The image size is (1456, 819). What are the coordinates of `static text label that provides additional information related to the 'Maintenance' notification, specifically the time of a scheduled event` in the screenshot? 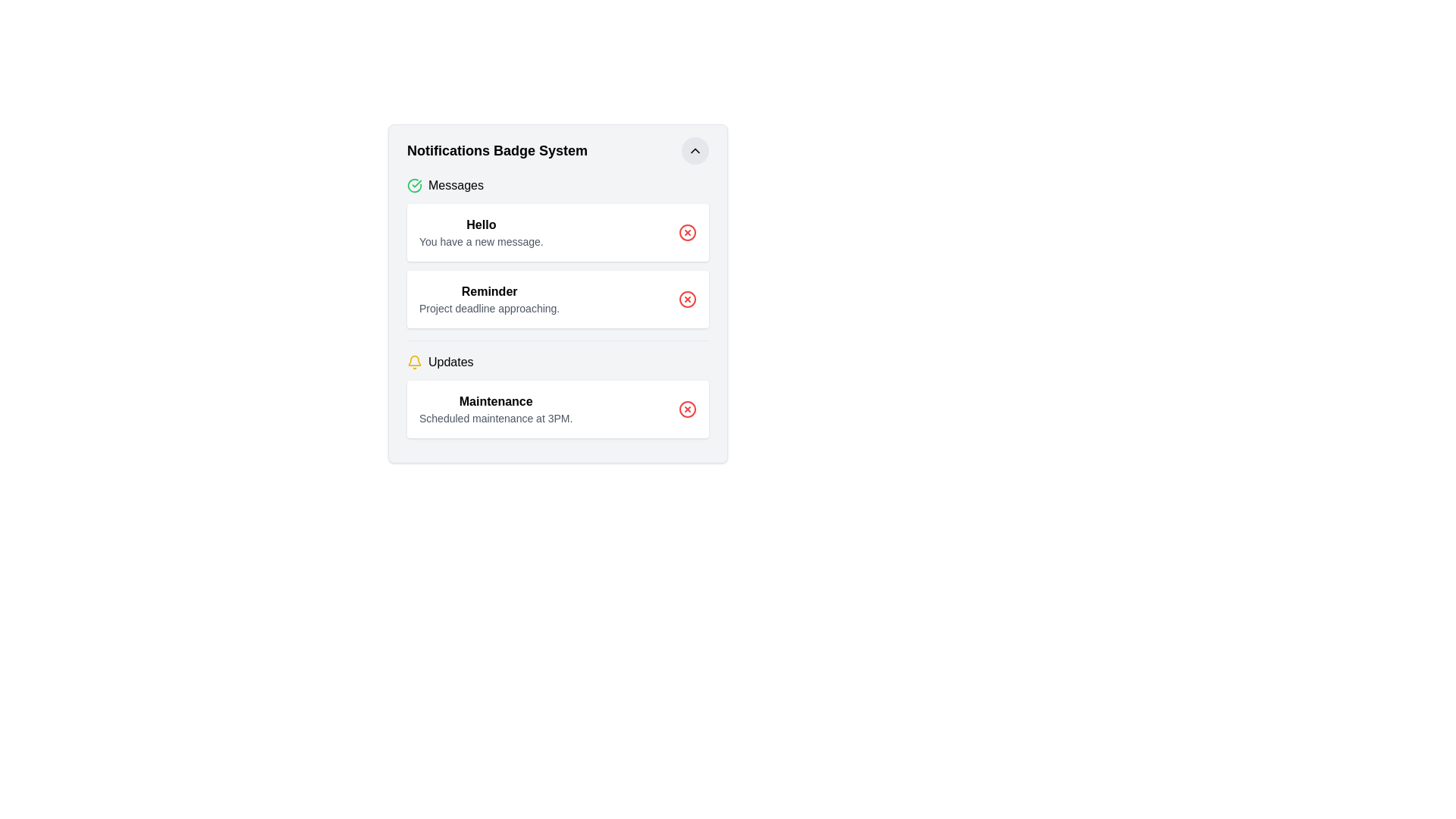 It's located at (496, 418).